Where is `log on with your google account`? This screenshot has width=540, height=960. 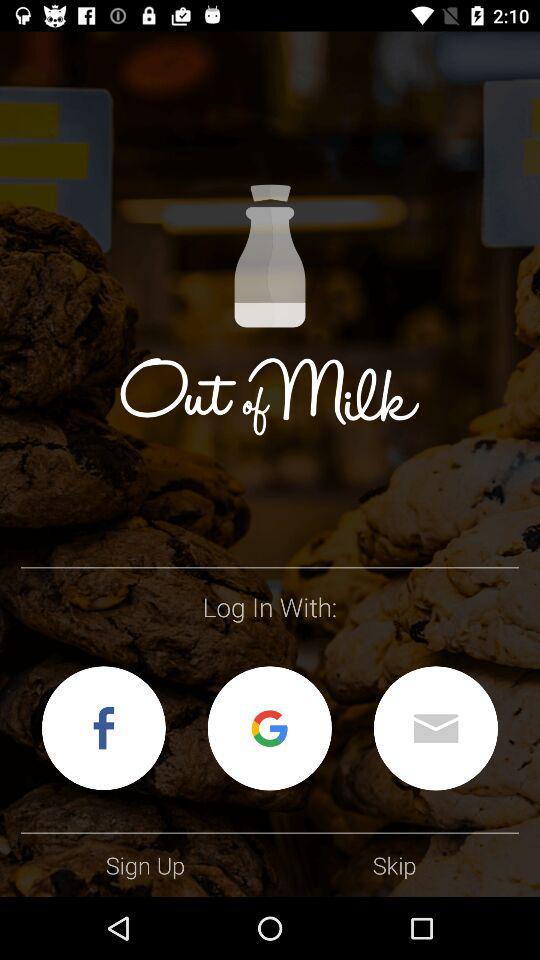
log on with your google account is located at coordinates (269, 727).